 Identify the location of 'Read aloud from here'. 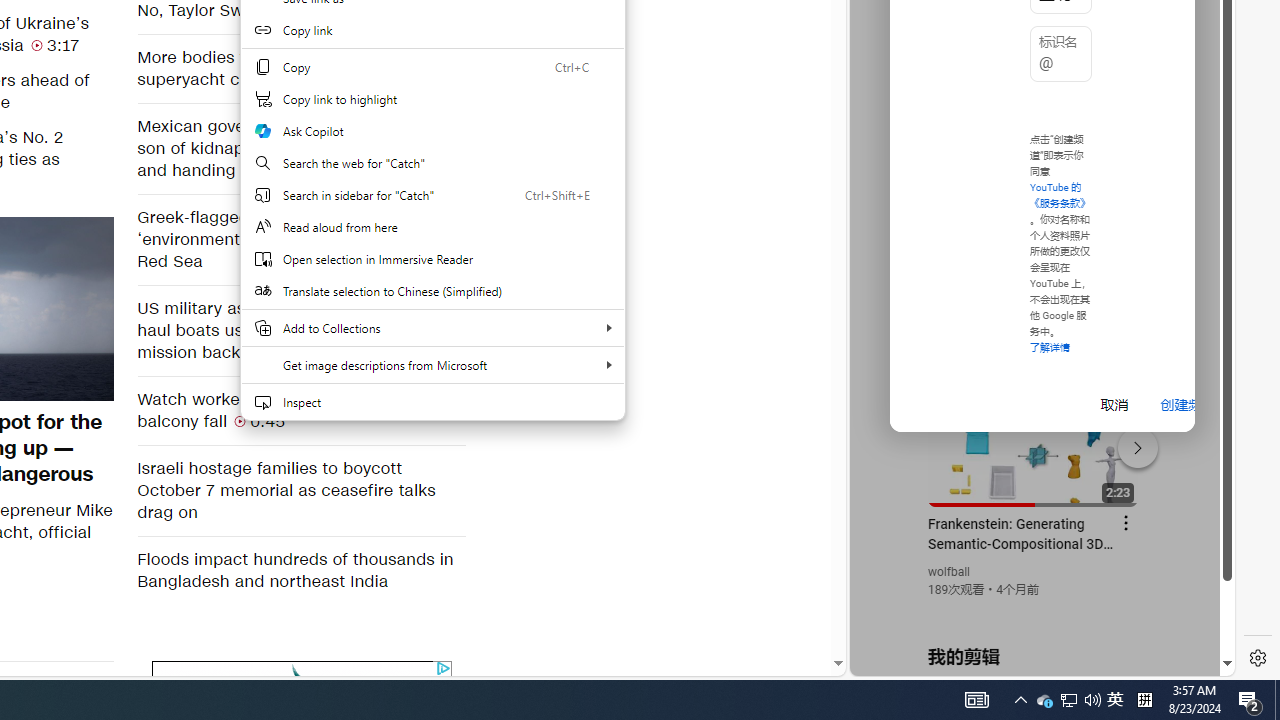
(431, 226).